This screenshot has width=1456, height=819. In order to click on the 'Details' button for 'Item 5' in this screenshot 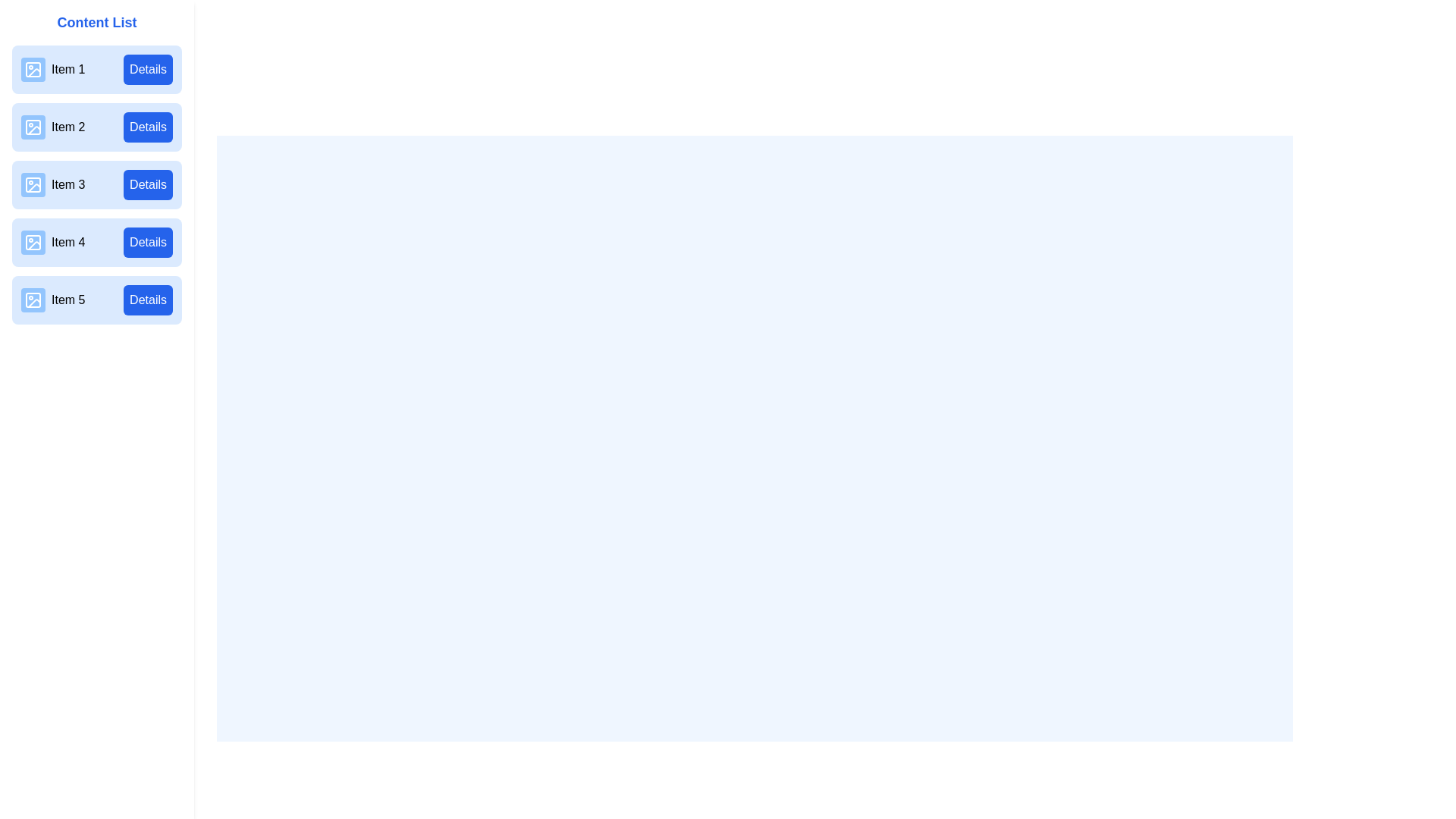, I will do `click(148, 300)`.